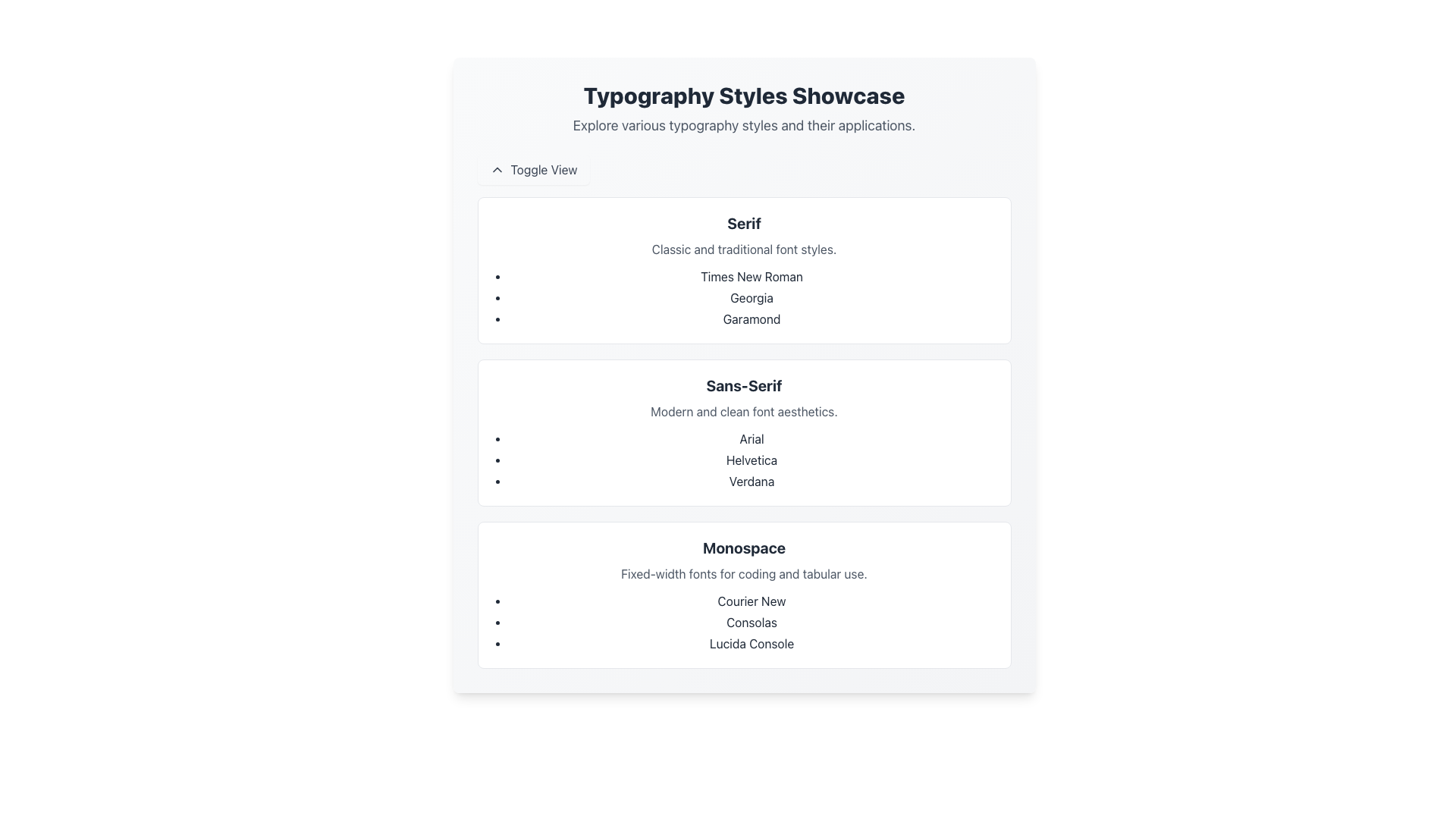 The height and width of the screenshot is (819, 1456). What do you see at coordinates (744, 412) in the screenshot?
I see `the static text block providing additional insight into the 'Sans-Serif' typography style, which is positioned below the 'Sans-Serif' heading` at bounding box center [744, 412].